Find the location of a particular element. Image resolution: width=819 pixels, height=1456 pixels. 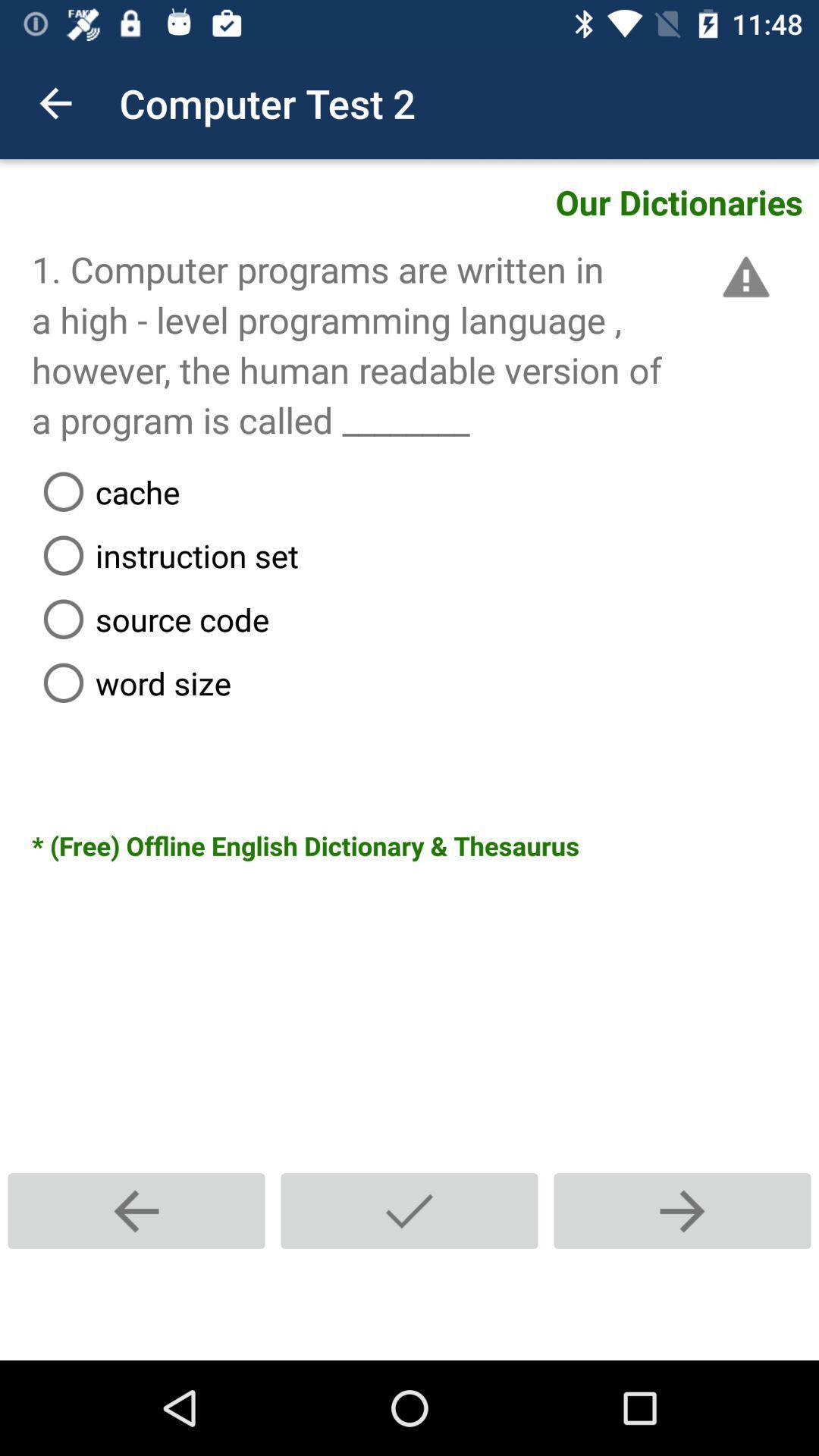

the item above our dictionaries is located at coordinates (55, 102).